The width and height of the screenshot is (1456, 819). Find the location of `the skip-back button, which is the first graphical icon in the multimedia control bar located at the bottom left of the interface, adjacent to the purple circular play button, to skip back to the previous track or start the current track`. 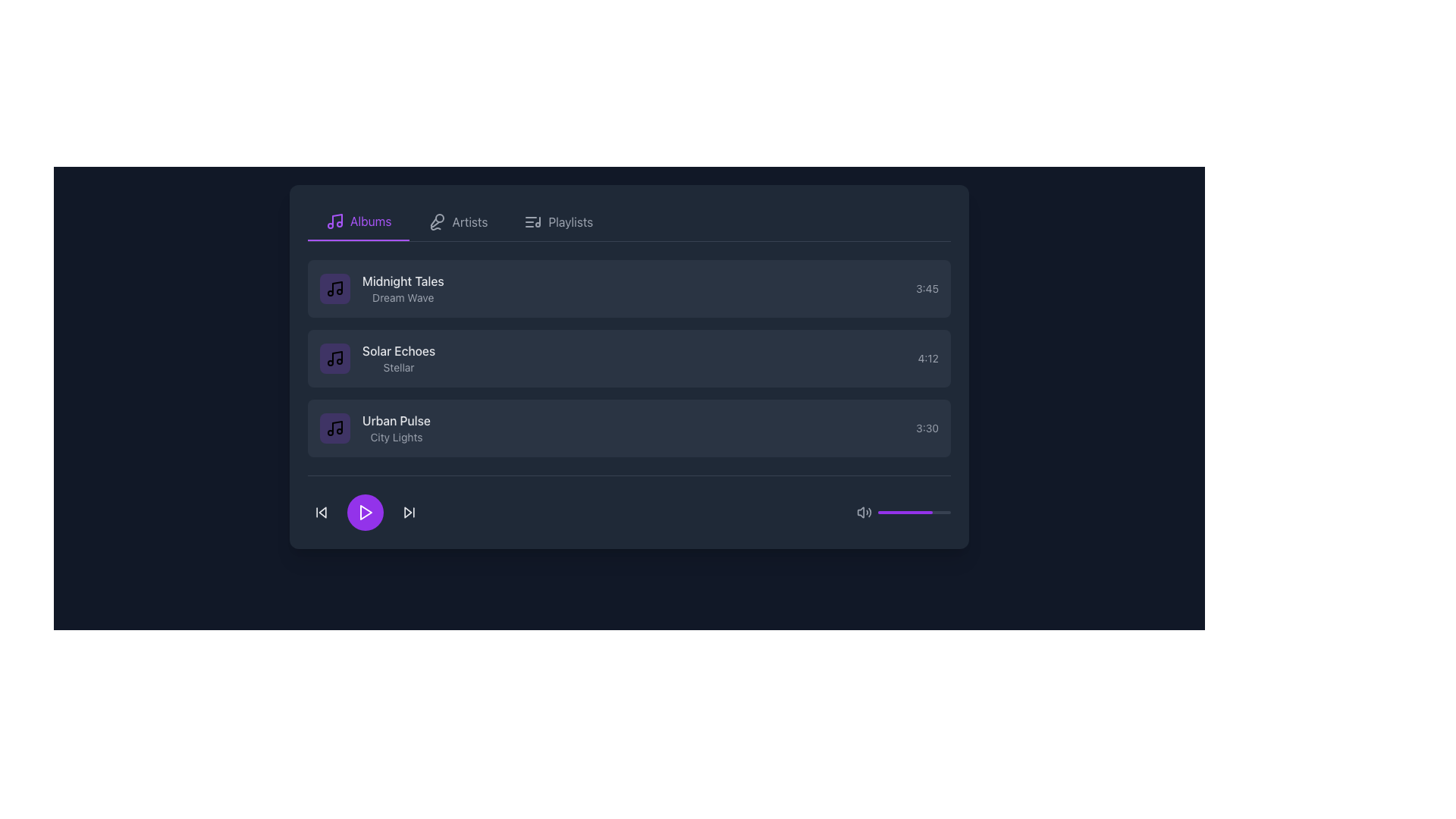

the skip-back button, which is the first graphical icon in the multimedia control bar located at the bottom left of the interface, adjacent to the purple circular play button, to skip back to the previous track or start the current track is located at coordinates (322, 512).